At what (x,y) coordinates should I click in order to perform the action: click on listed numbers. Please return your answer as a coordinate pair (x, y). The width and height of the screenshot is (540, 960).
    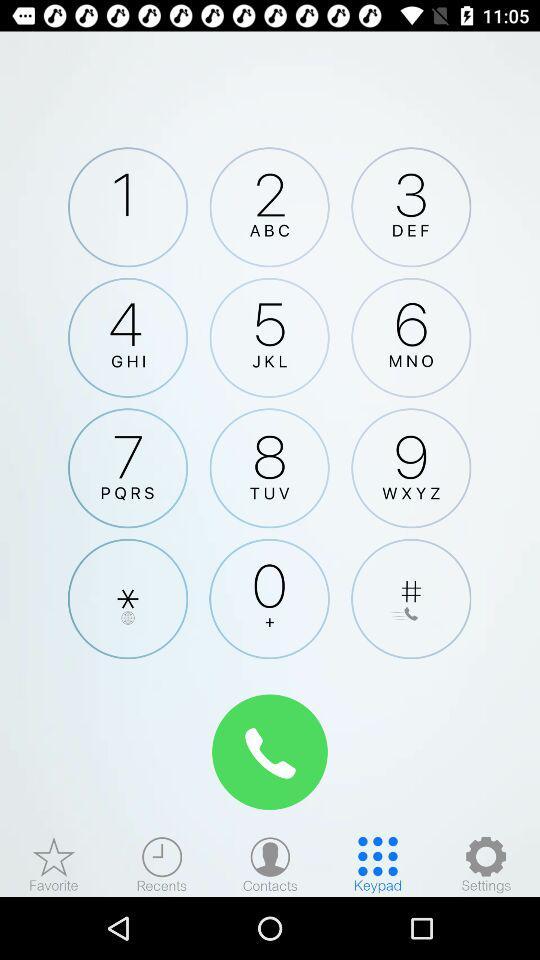
    Looking at the image, I should click on (270, 863).